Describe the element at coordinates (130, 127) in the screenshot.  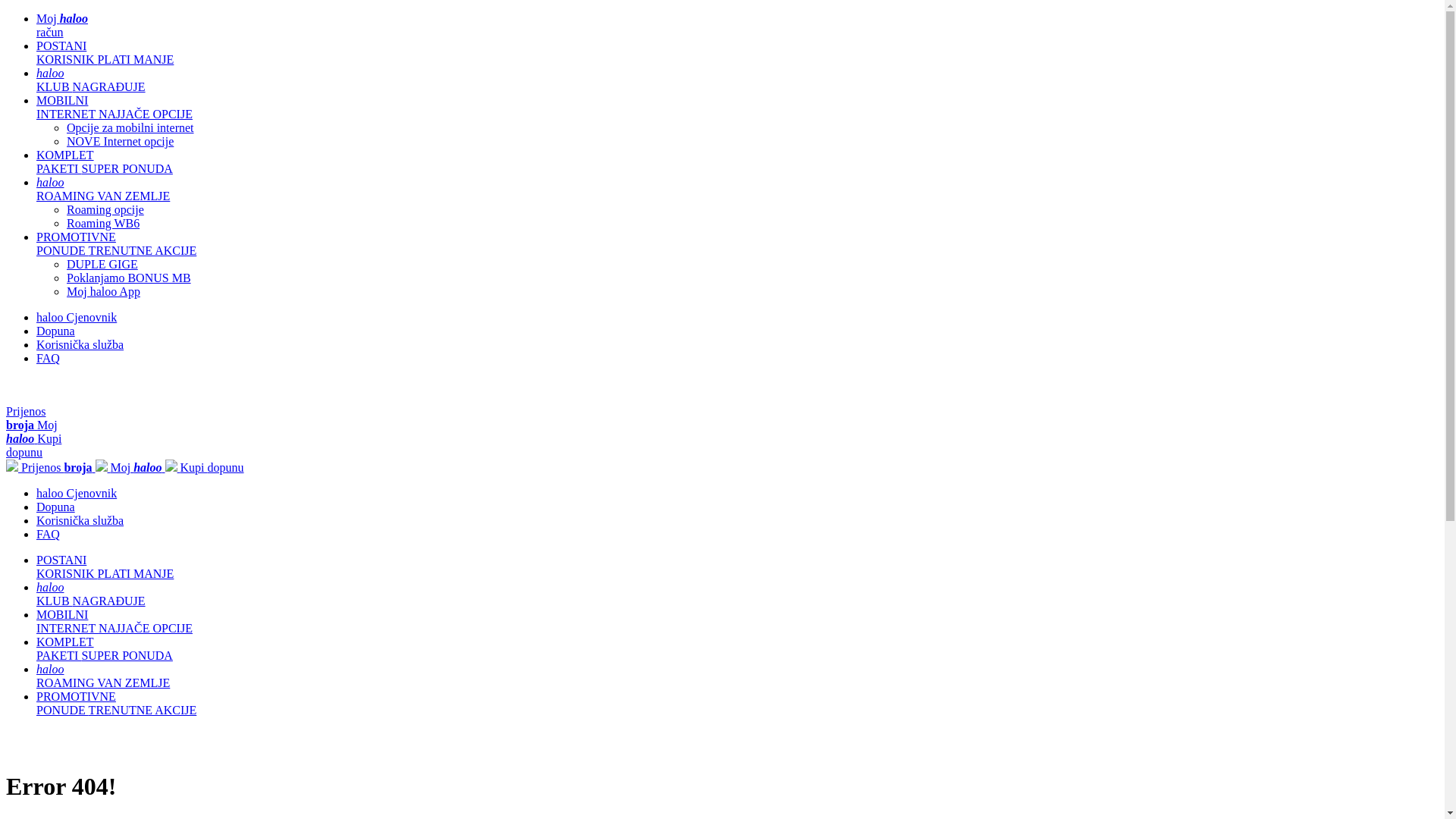
I see `'Opcije za mobilni internet'` at that location.